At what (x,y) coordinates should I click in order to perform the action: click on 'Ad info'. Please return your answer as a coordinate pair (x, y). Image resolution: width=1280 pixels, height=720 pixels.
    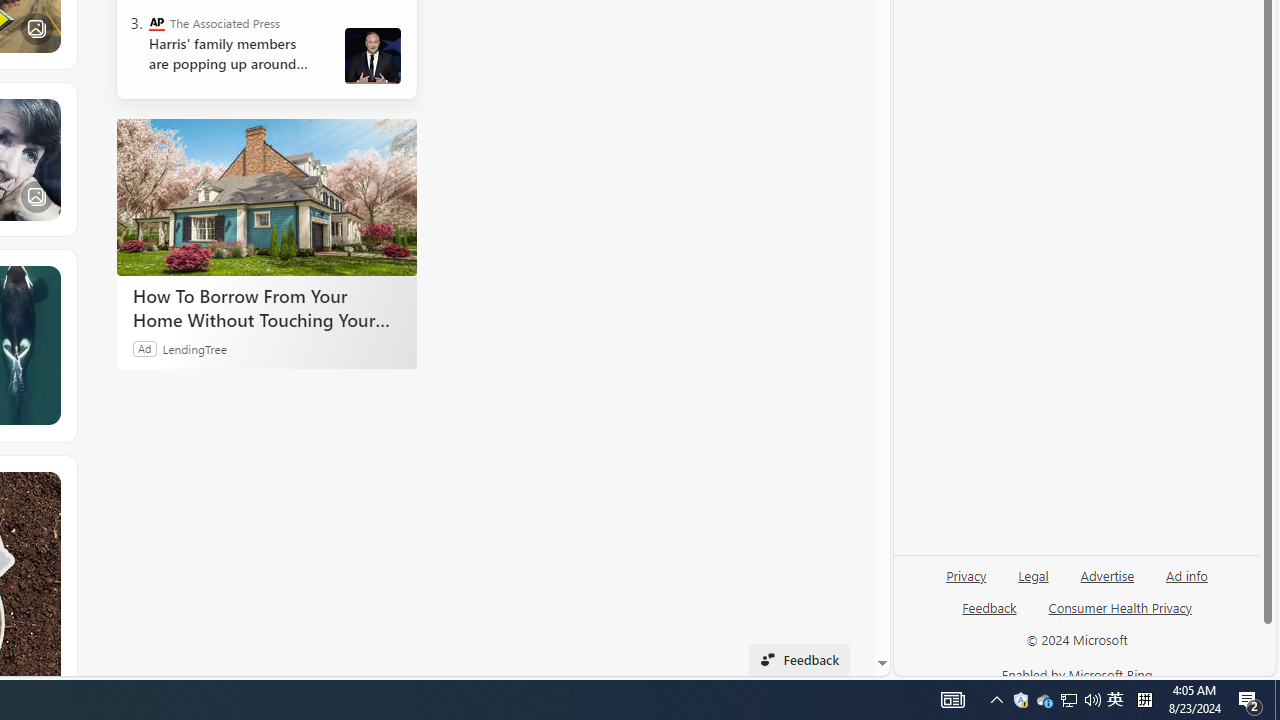
    Looking at the image, I should click on (1187, 574).